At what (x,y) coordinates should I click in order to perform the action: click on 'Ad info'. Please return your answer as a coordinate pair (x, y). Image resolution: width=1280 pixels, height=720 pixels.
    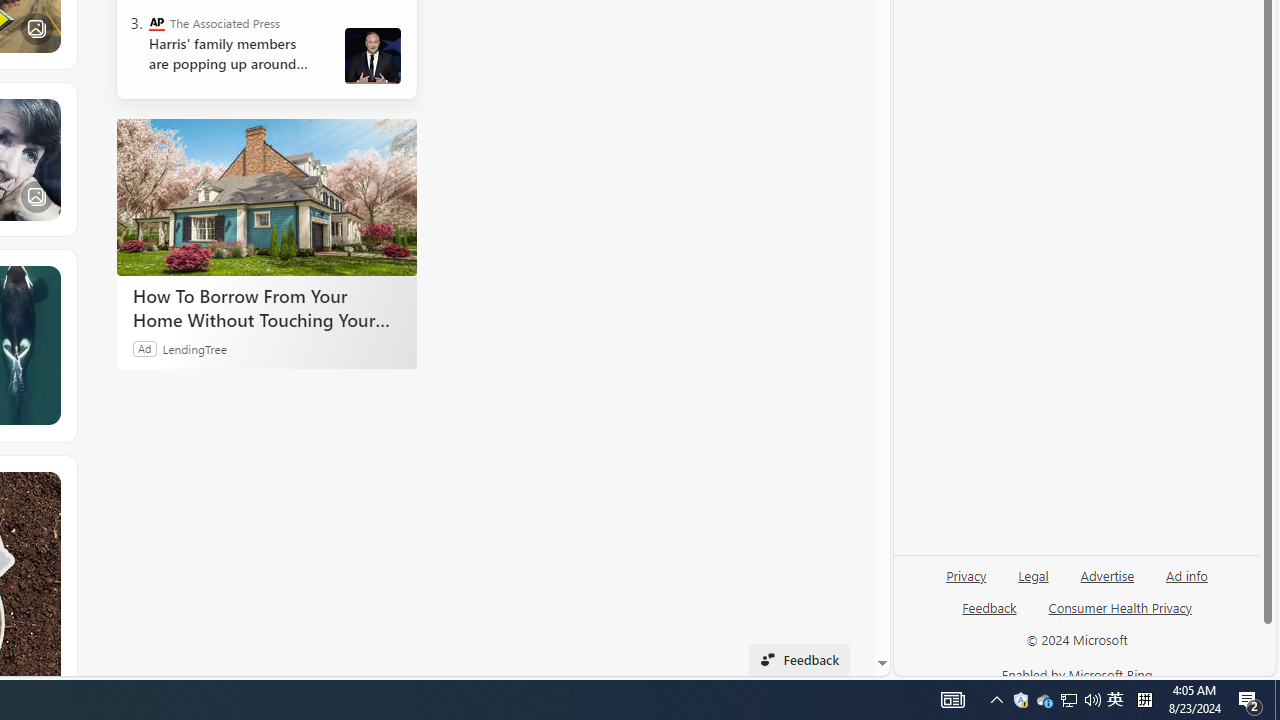
    Looking at the image, I should click on (1187, 574).